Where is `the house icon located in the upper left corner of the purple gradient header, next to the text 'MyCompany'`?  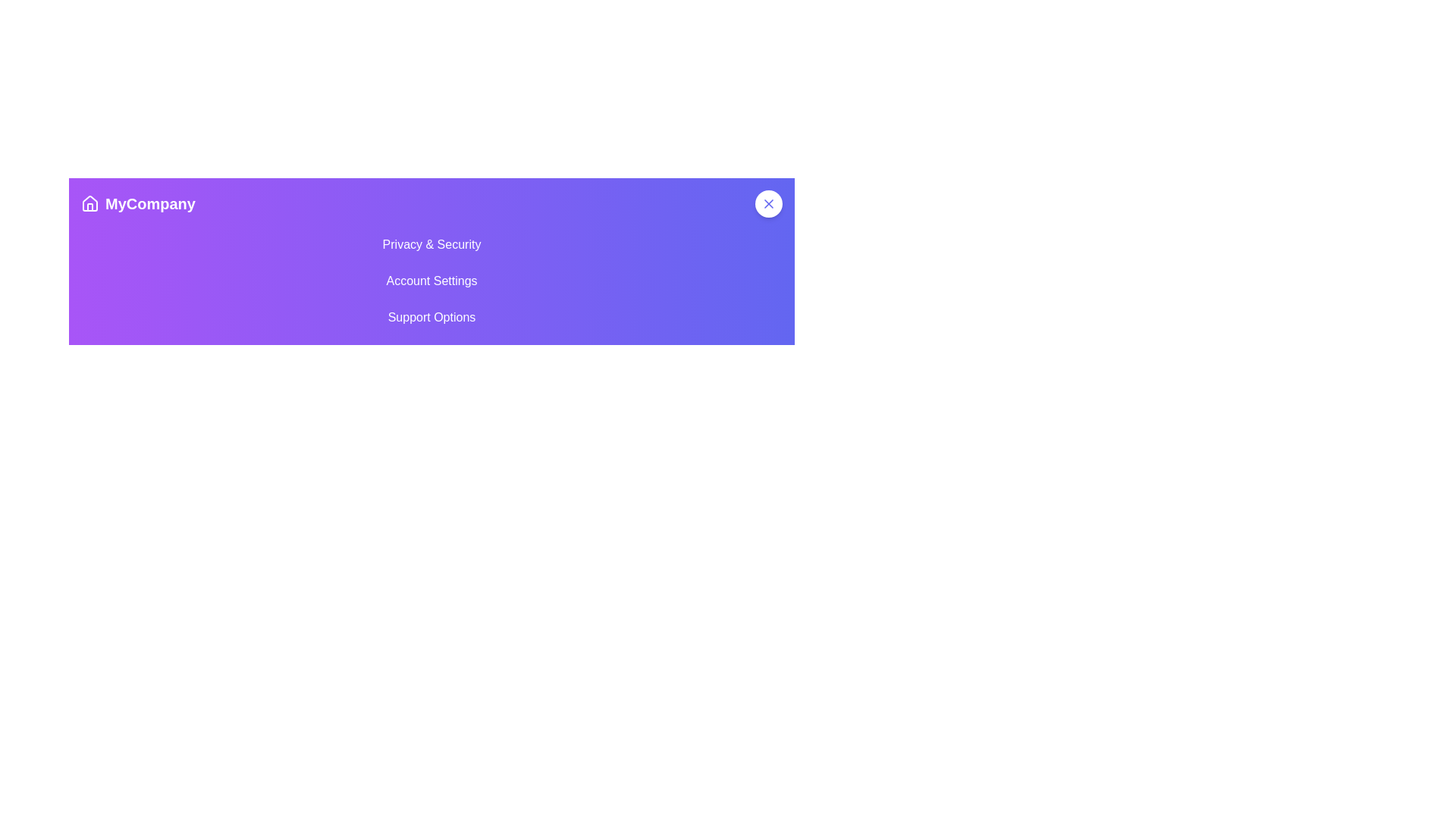
the house icon located in the upper left corner of the purple gradient header, next to the text 'MyCompany' is located at coordinates (89, 202).